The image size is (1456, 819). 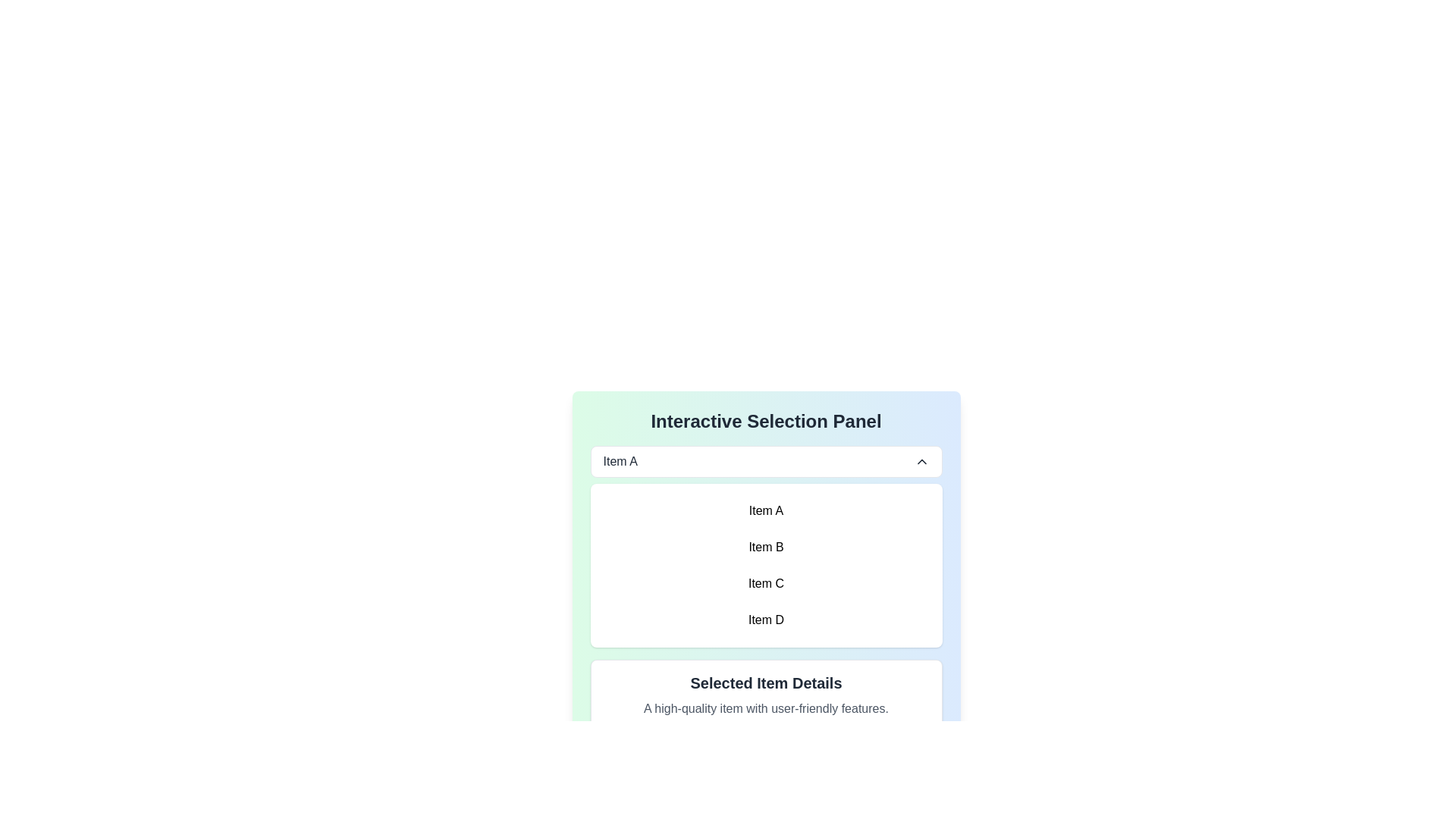 What do you see at coordinates (766, 708) in the screenshot?
I see `the textual description element that states 'A high-quality item with user-friendly features.' located beneath the title 'Selected Item Details' and above the 'Learn More' button` at bounding box center [766, 708].